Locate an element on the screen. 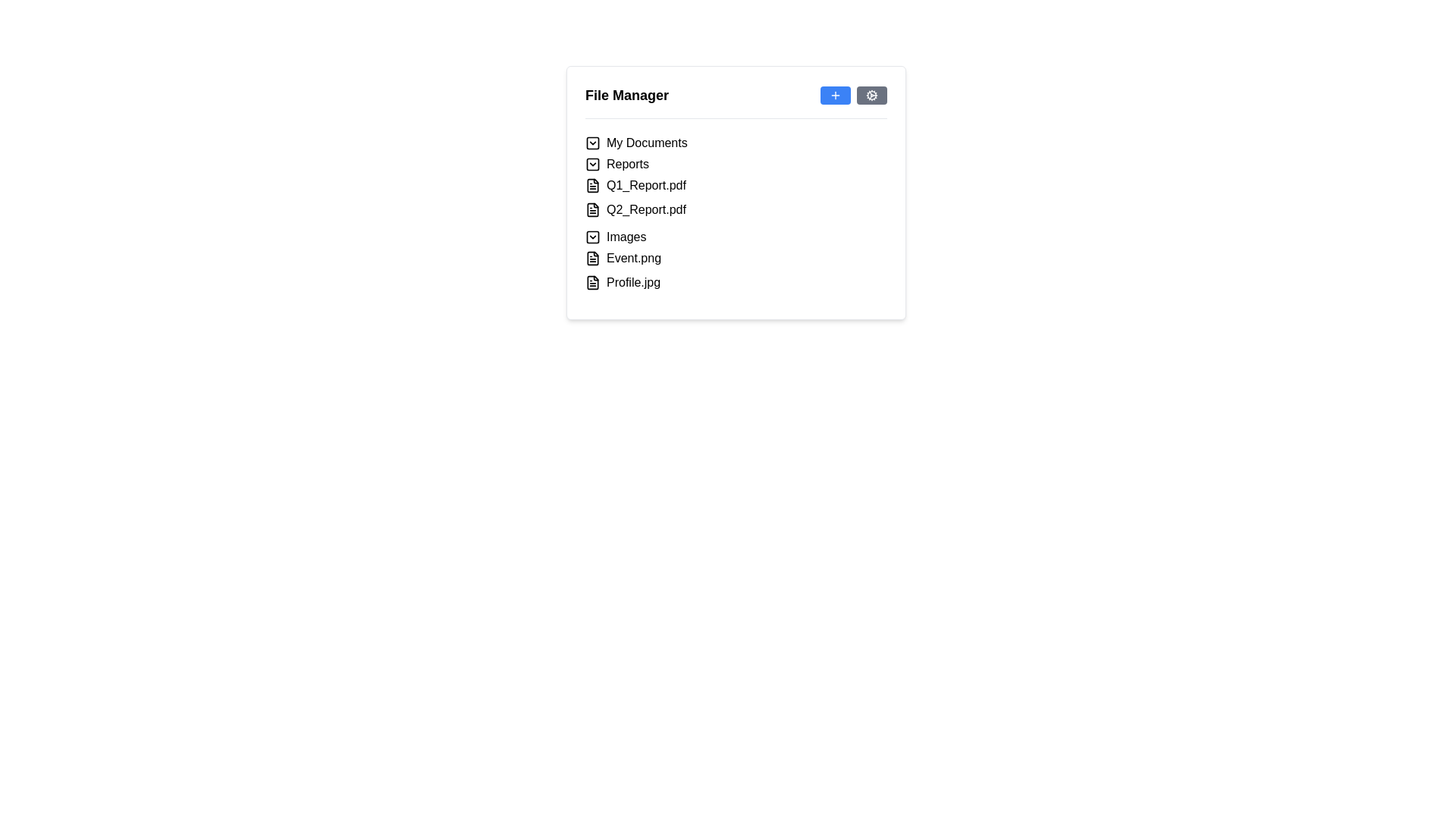 The image size is (1456, 819). the 'Profile.jpg' file entry is located at coordinates (736, 283).